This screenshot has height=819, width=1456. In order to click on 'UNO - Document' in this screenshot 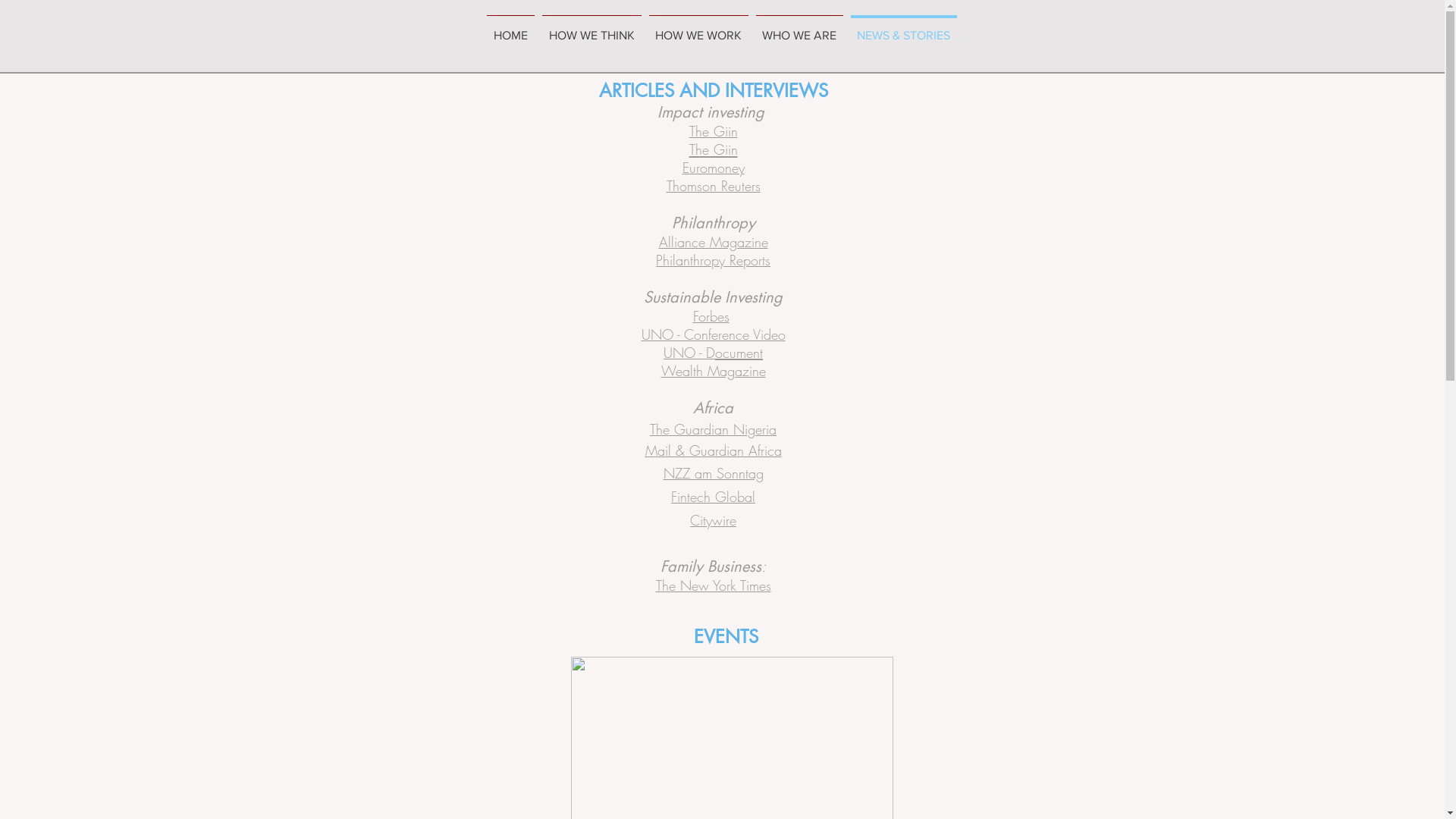, I will do `click(712, 353)`.